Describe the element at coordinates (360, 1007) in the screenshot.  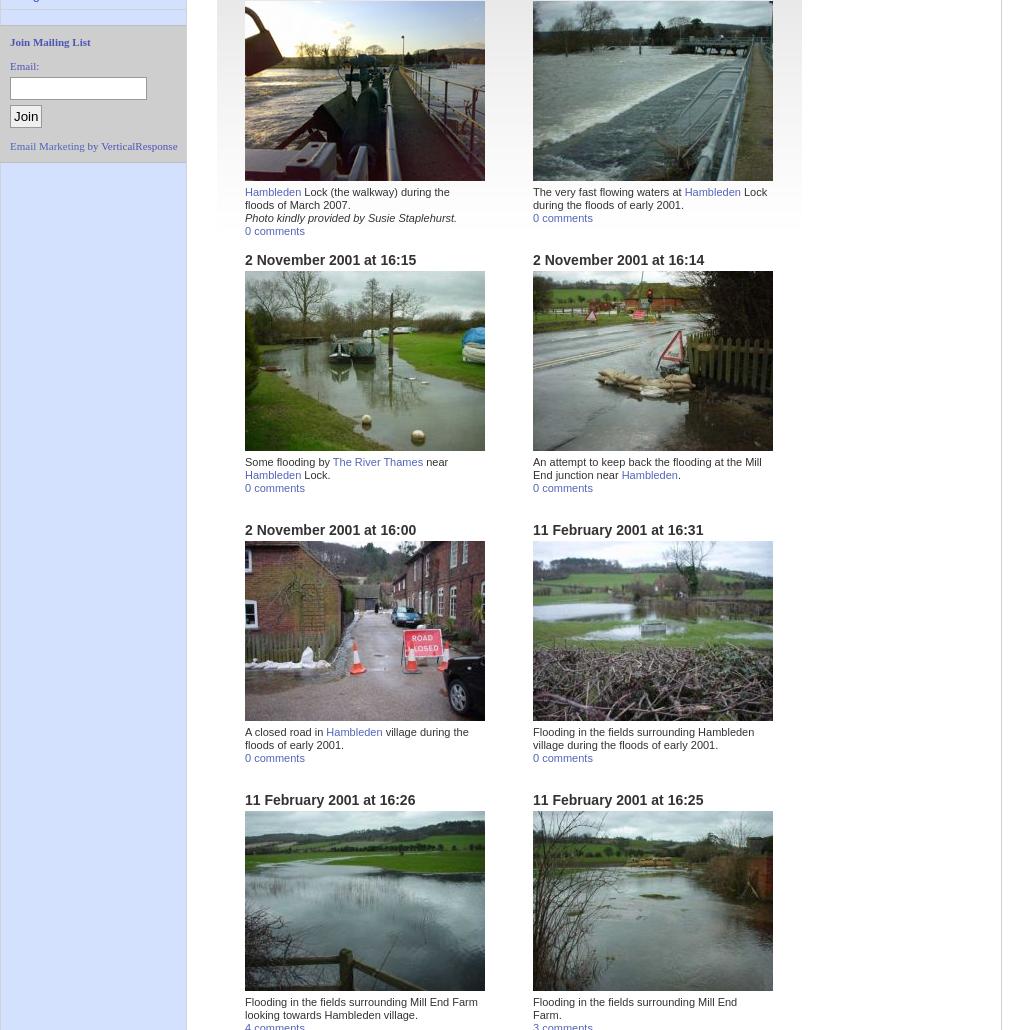
I see `'Flooding in the fields surrounding Mill End Farm looking towards Hambleden village.'` at that location.